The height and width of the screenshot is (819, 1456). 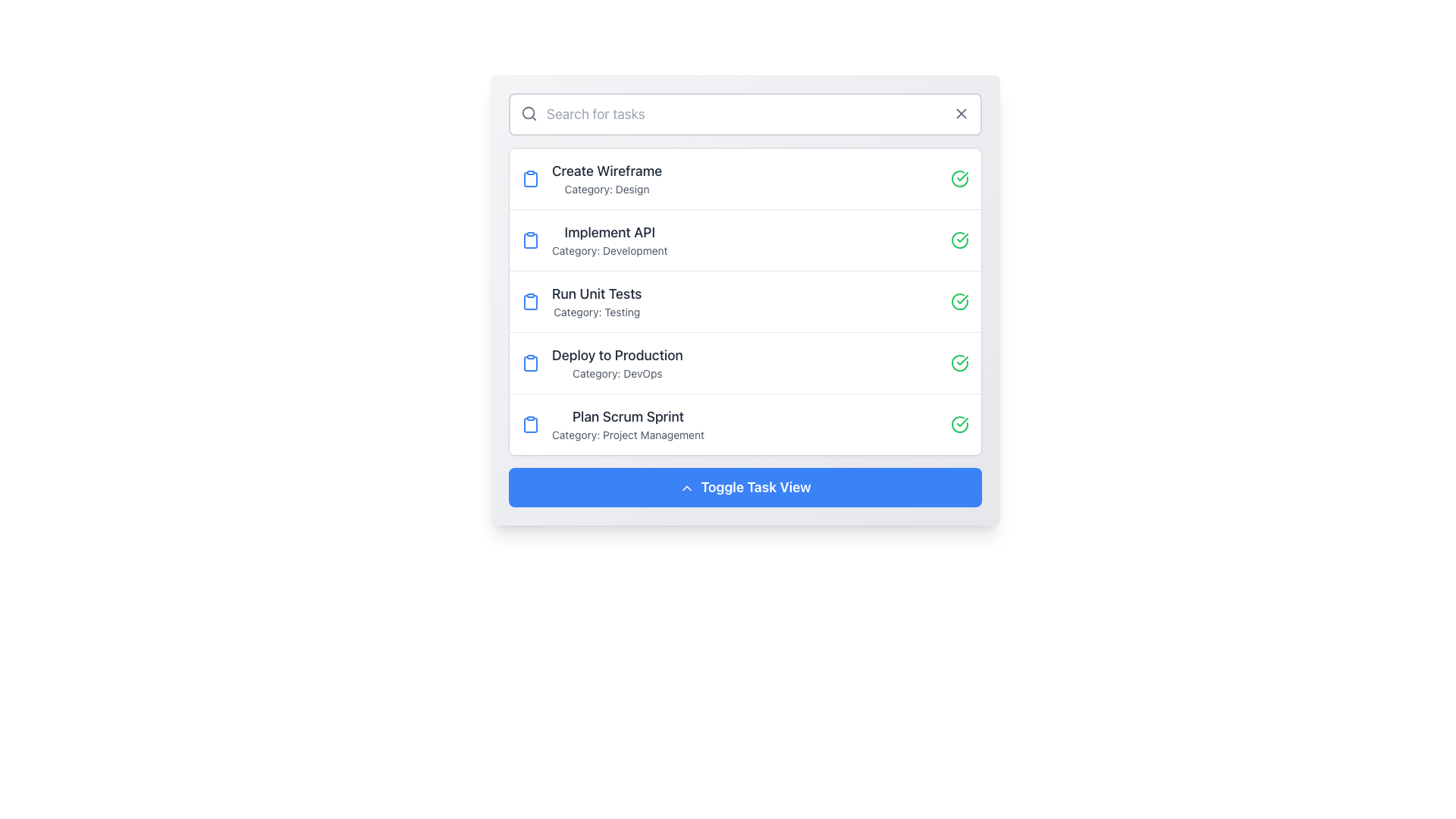 What do you see at coordinates (594, 239) in the screenshot?
I see `the Task Item Display labeled 'Implement API'` at bounding box center [594, 239].